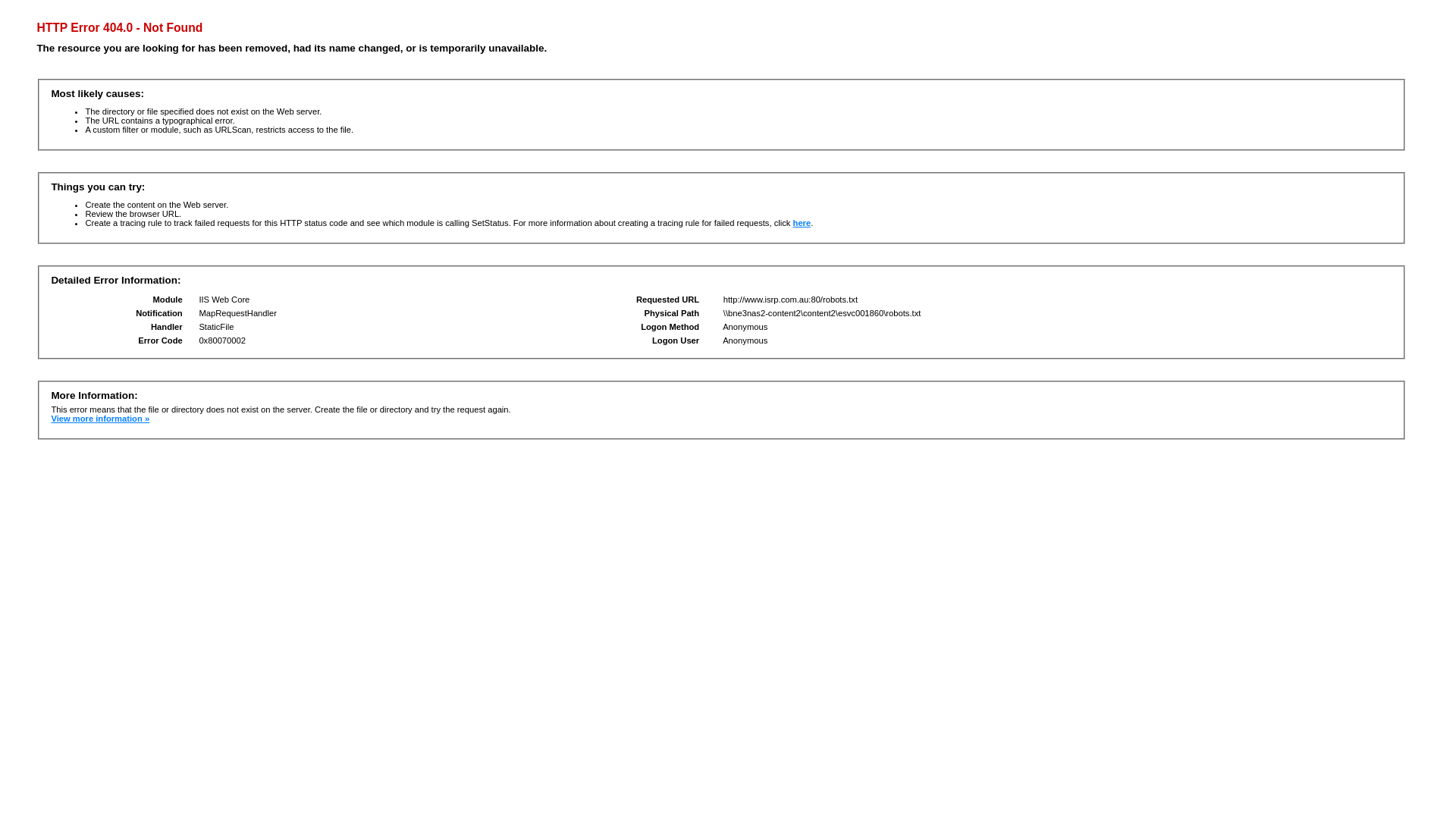  Describe the element at coordinates (801, 222) in the screenshot. I see `'here'` at that location.